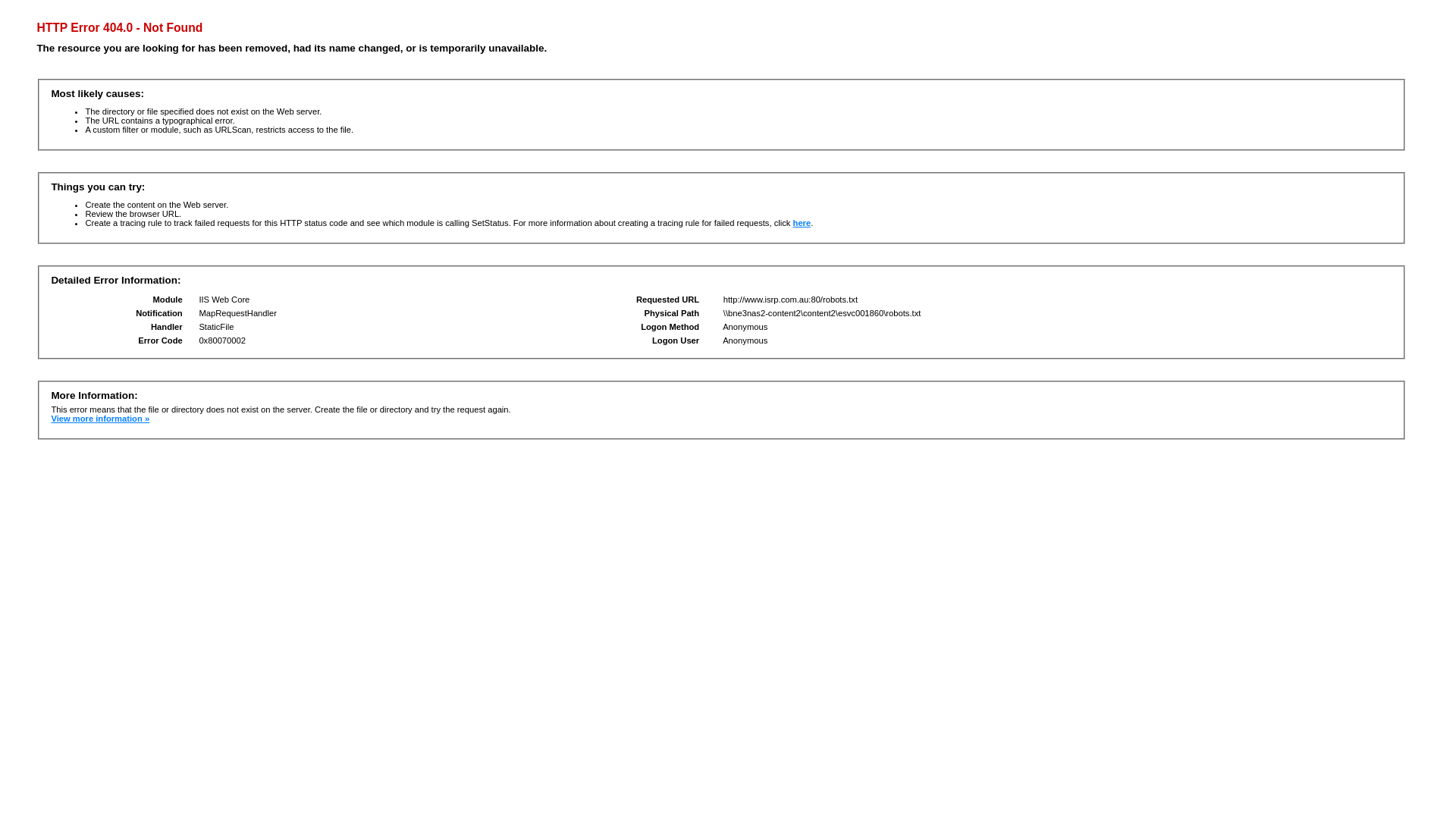  Describe the element at coordinates (801, 222) in the screenshot. I see `'here'` at that location.